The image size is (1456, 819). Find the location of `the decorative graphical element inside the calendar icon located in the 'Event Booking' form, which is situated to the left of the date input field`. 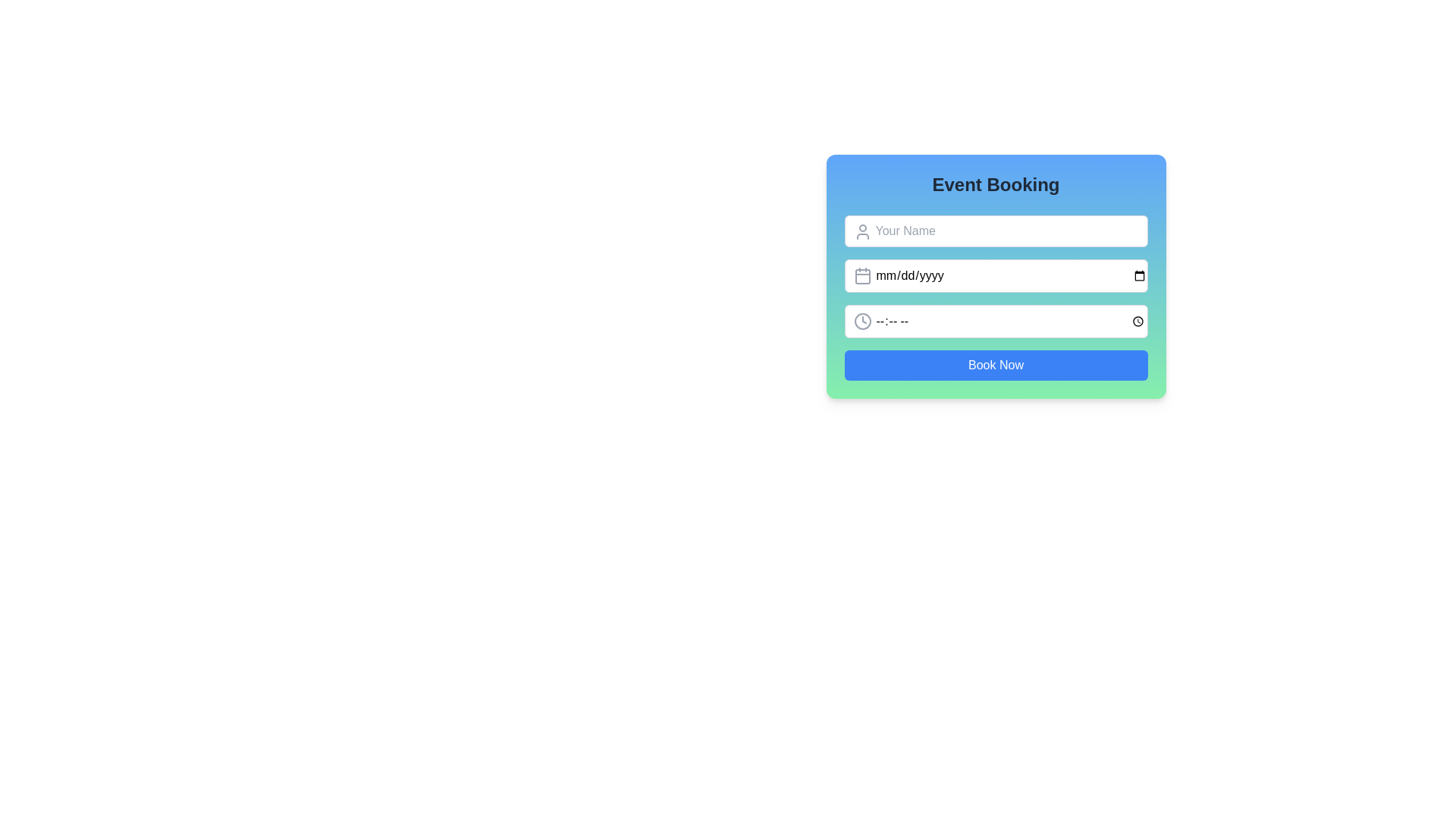

the decorative graphical element inside the calendar icon located in the 'Event Booking' form, which is situated to the left of the date input field is located at coordinates (862, 277).